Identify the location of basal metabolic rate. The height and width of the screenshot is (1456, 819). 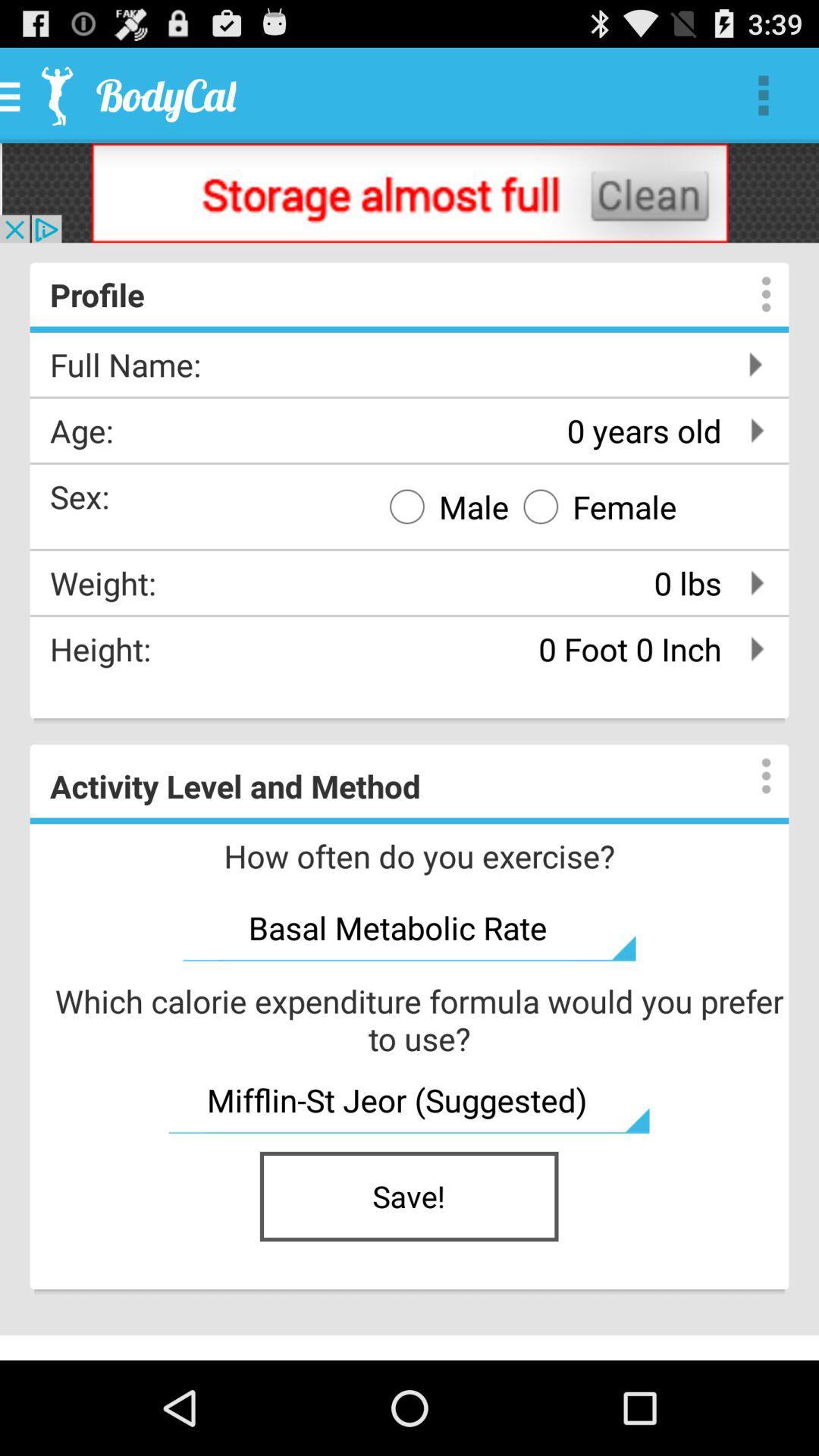
(409, 927).